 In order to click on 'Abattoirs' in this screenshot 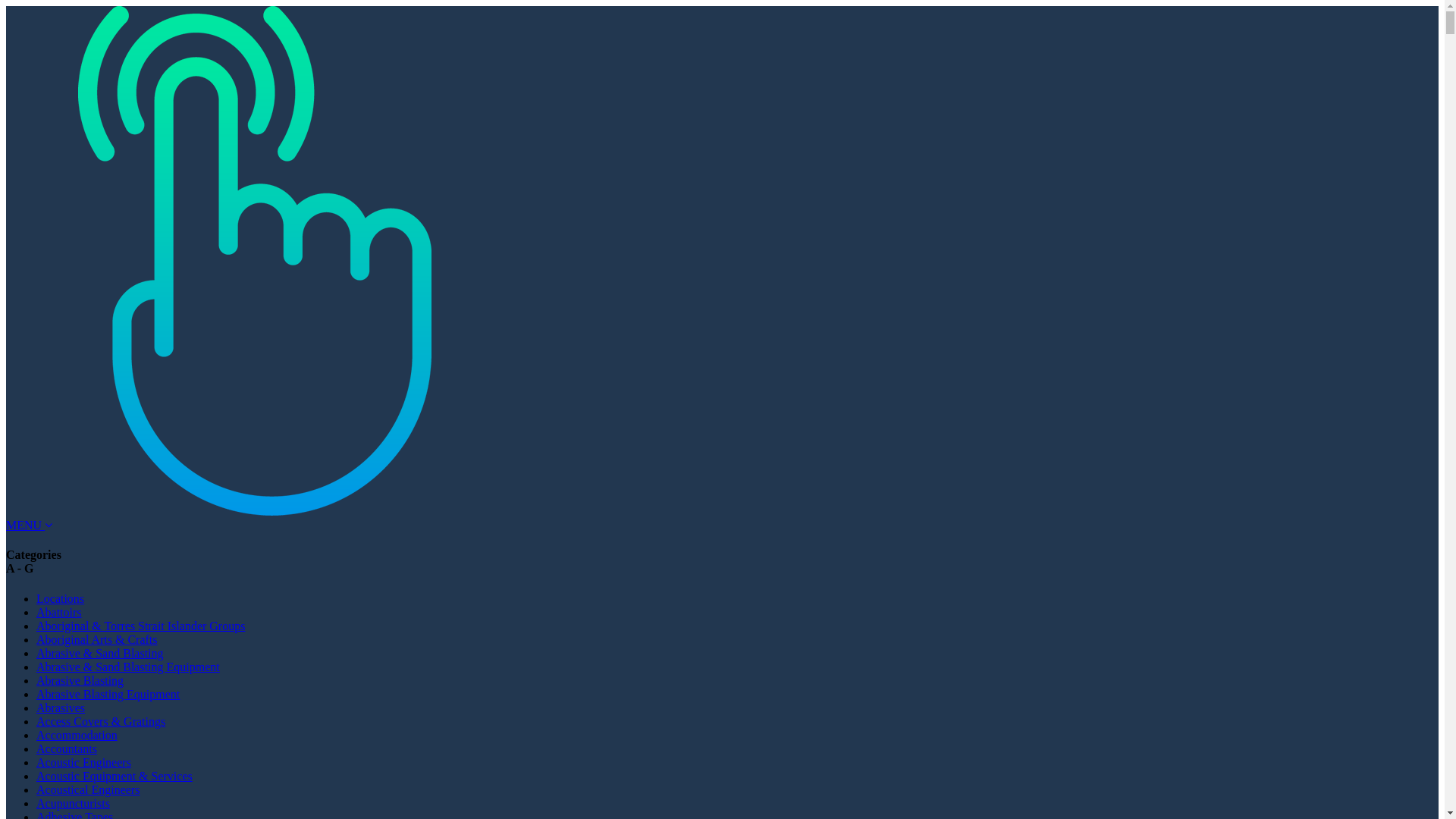, I will do `click(58, 611)`.